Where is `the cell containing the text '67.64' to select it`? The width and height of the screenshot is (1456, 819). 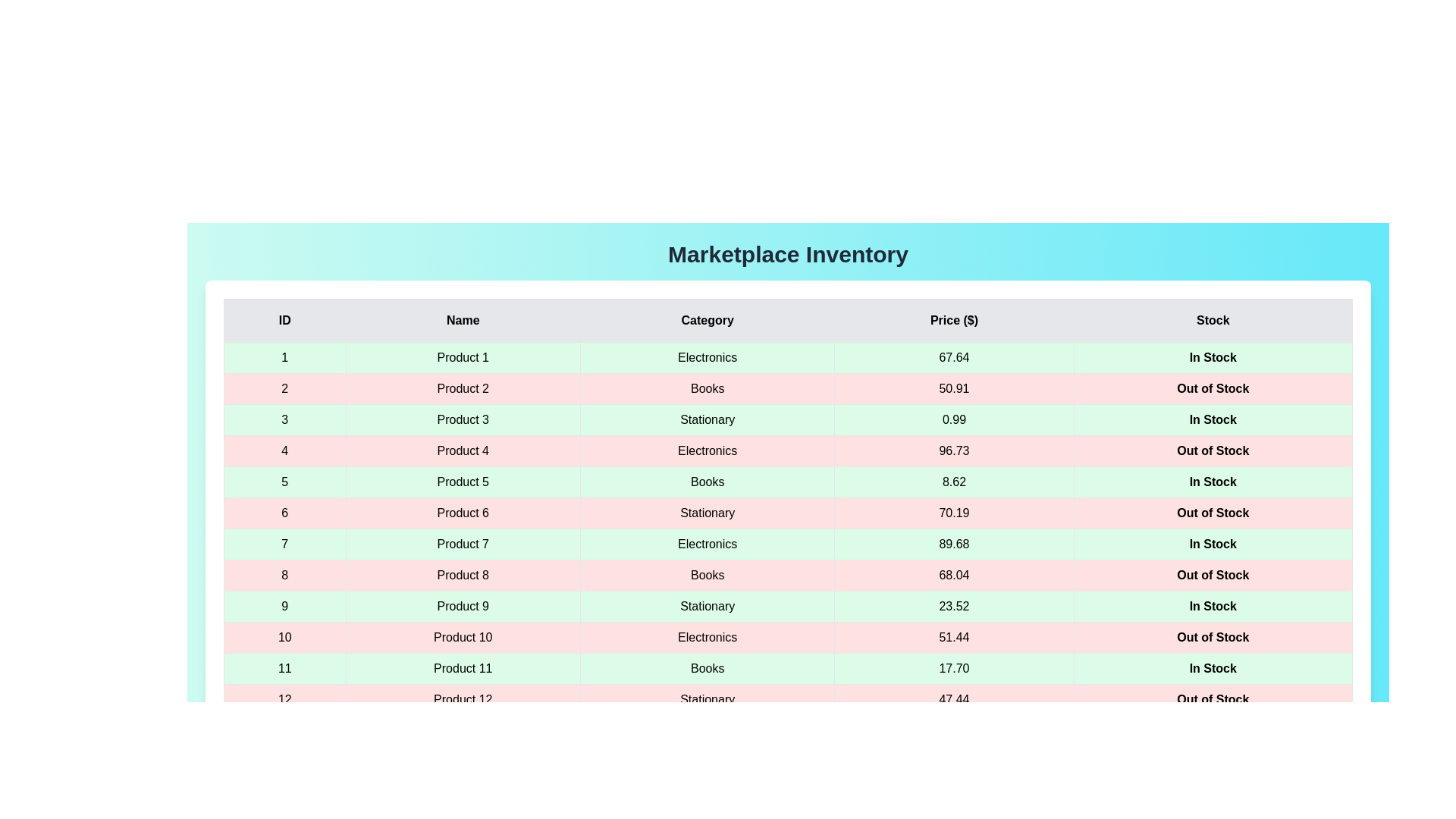
the cell containing the text '67.64' to select it is located at coordinates (952, 357).